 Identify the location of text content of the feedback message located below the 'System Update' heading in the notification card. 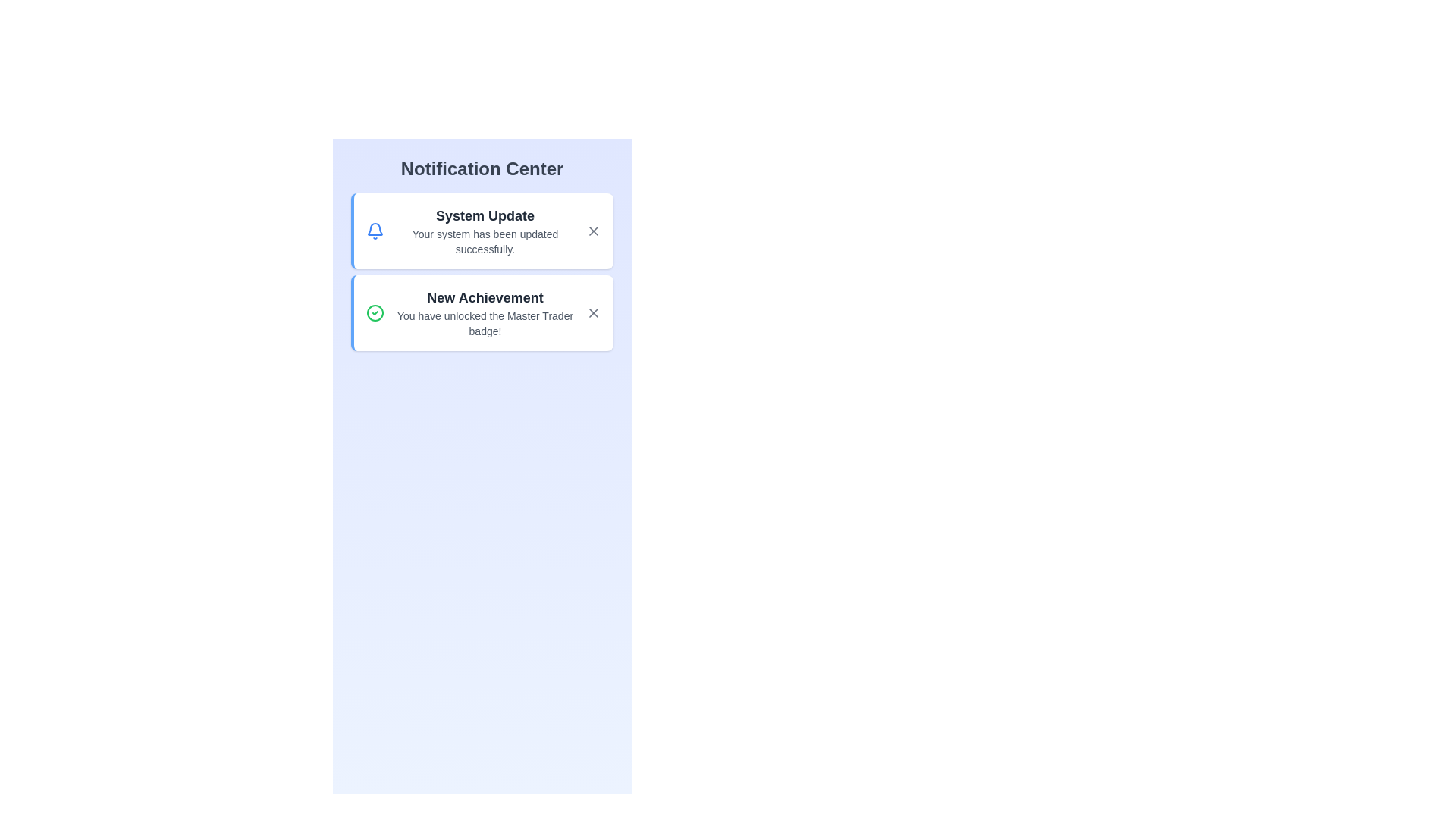
(484, 241).